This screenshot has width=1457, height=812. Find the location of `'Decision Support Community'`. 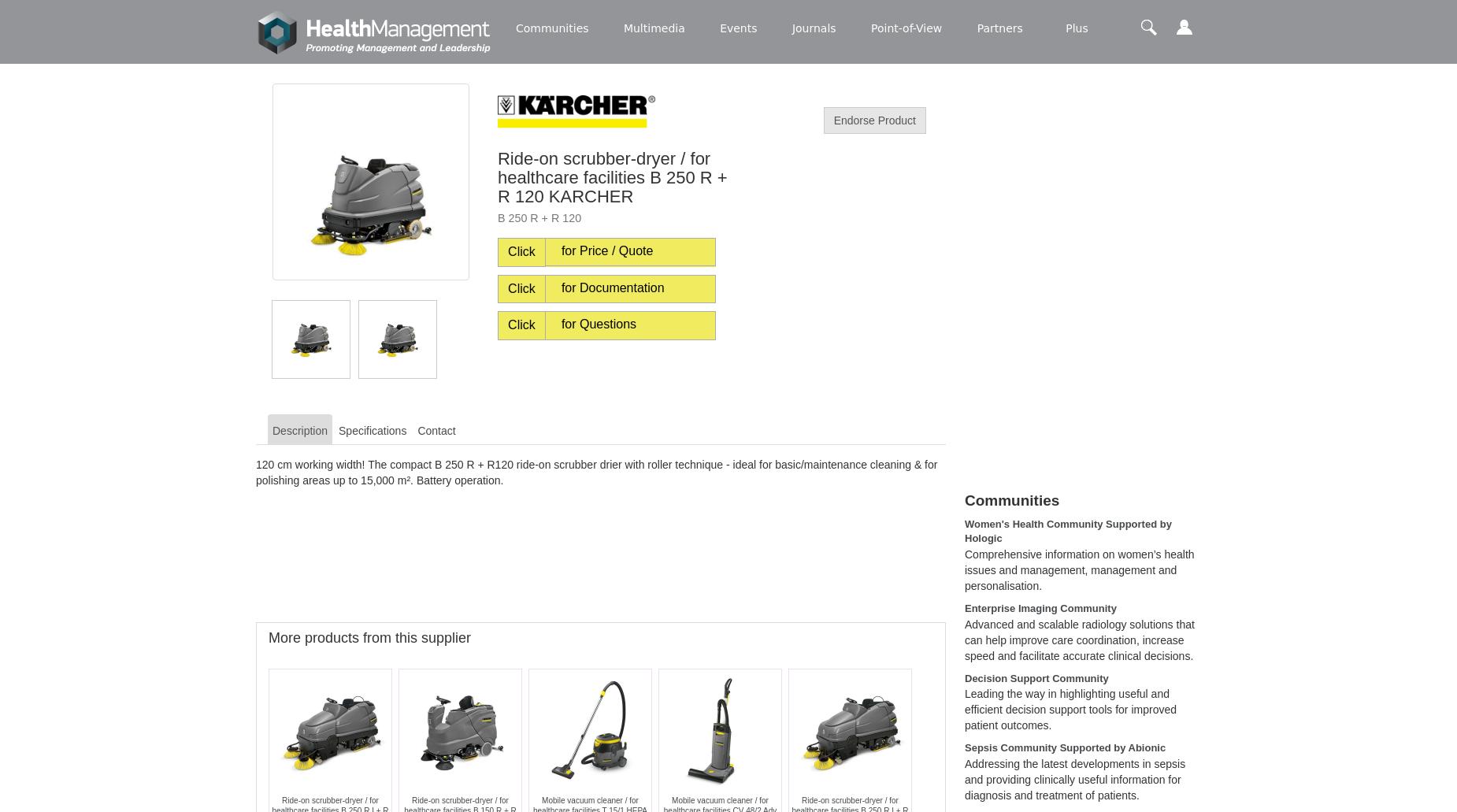

'Decision Support Community' is located at coordinates (1036, 677).